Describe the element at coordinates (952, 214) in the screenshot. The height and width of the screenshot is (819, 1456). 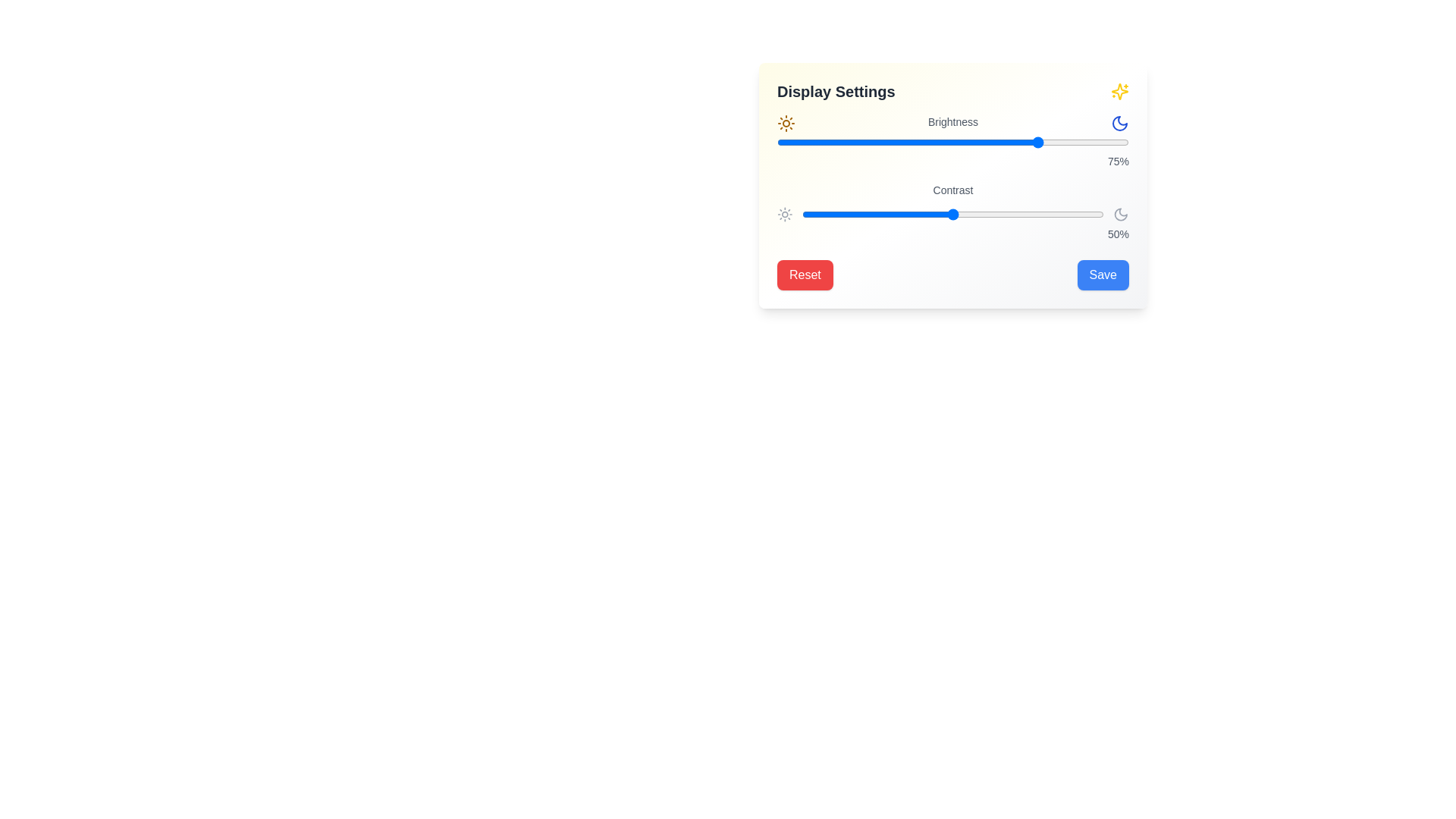
I see `the contrast range slider to set a new value, which is centrally located adjacent to the 'Contrast' label and the '50%' indicator` at that location.